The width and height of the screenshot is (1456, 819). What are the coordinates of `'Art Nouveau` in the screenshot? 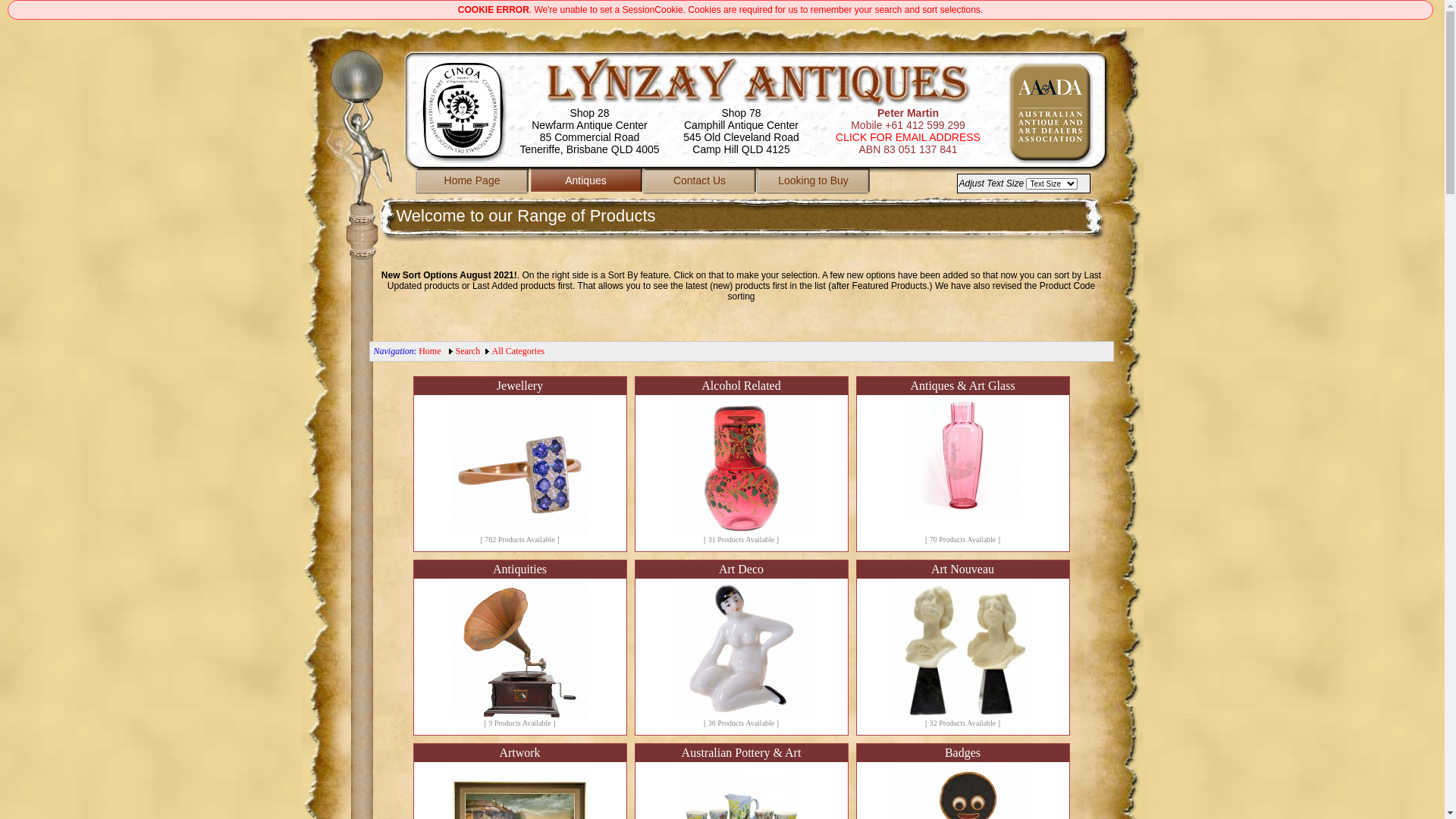 It's located at (961, 647).